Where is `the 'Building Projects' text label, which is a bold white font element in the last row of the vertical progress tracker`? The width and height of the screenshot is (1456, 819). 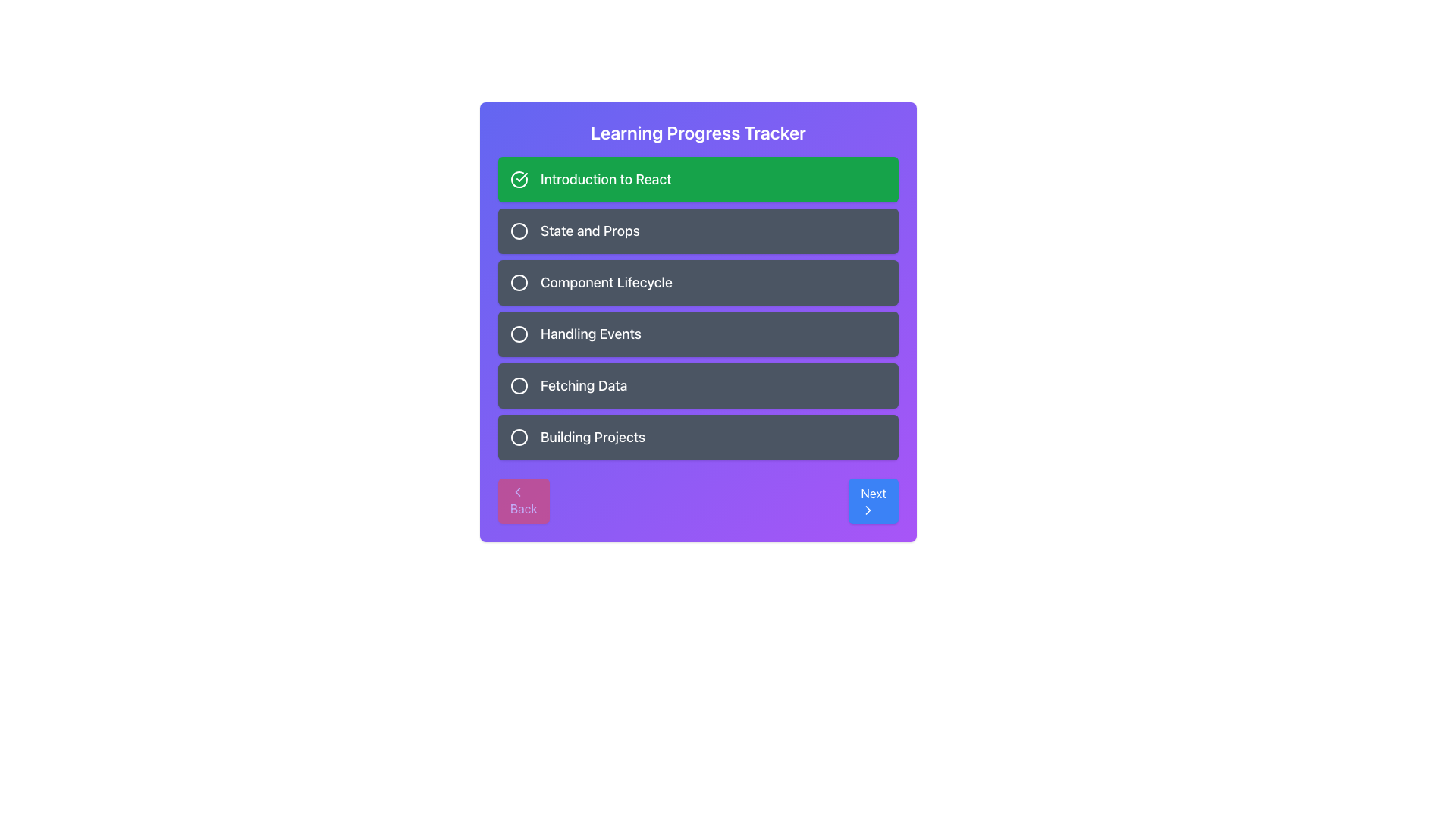 the 'Building Projects' text label, which is a bold white font element in the last row of the vertical progress tracker is located at coordinates (592, 438).